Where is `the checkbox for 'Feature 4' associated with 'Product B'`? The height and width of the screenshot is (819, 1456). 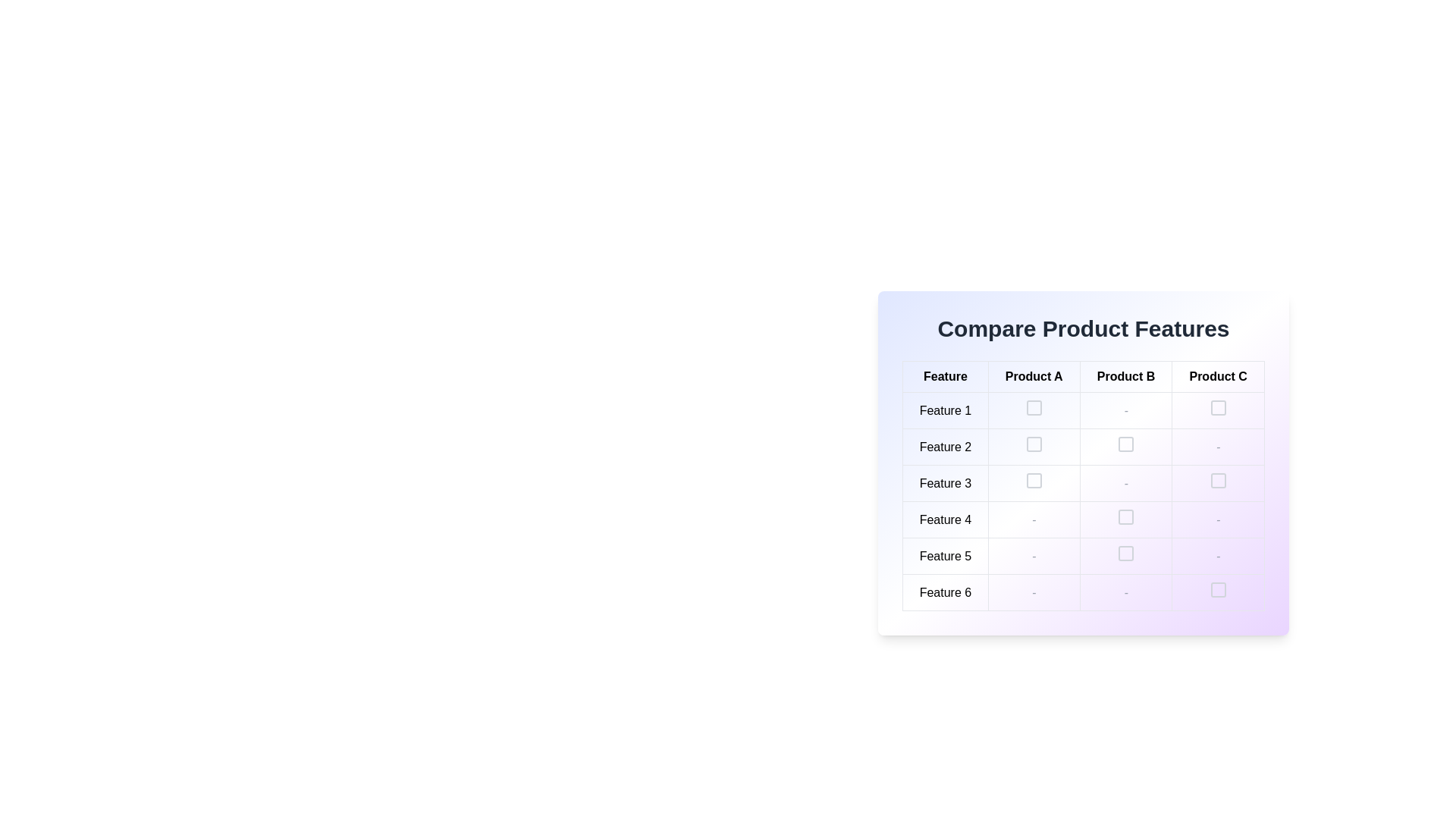
the checkbox for 'Feature 4' associated with 'Product B' is located at coordinates (1126, 516).